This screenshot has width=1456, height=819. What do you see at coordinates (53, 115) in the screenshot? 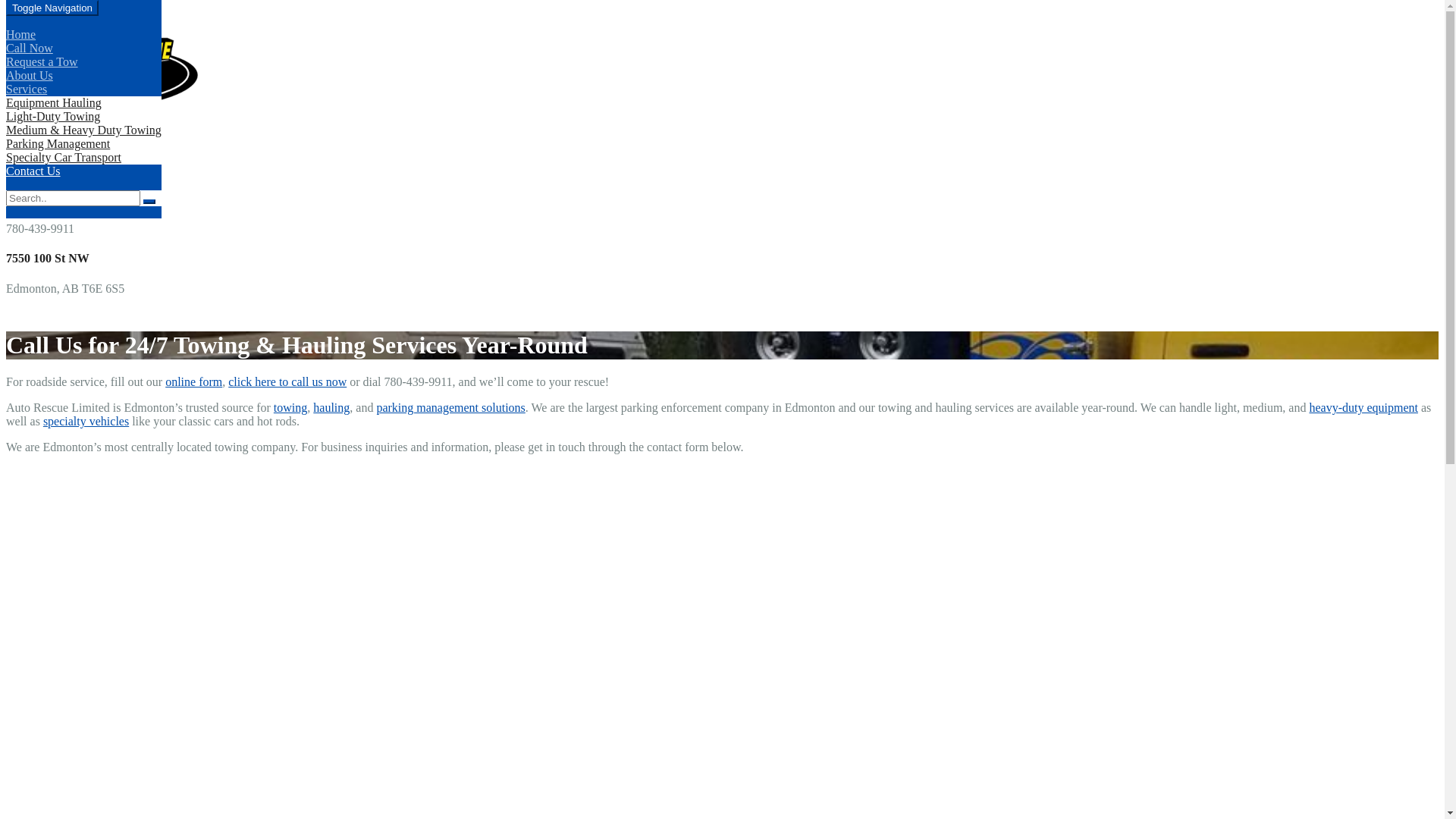
I see `'Light-Duty Towing'` at bounding box center [53, 115].